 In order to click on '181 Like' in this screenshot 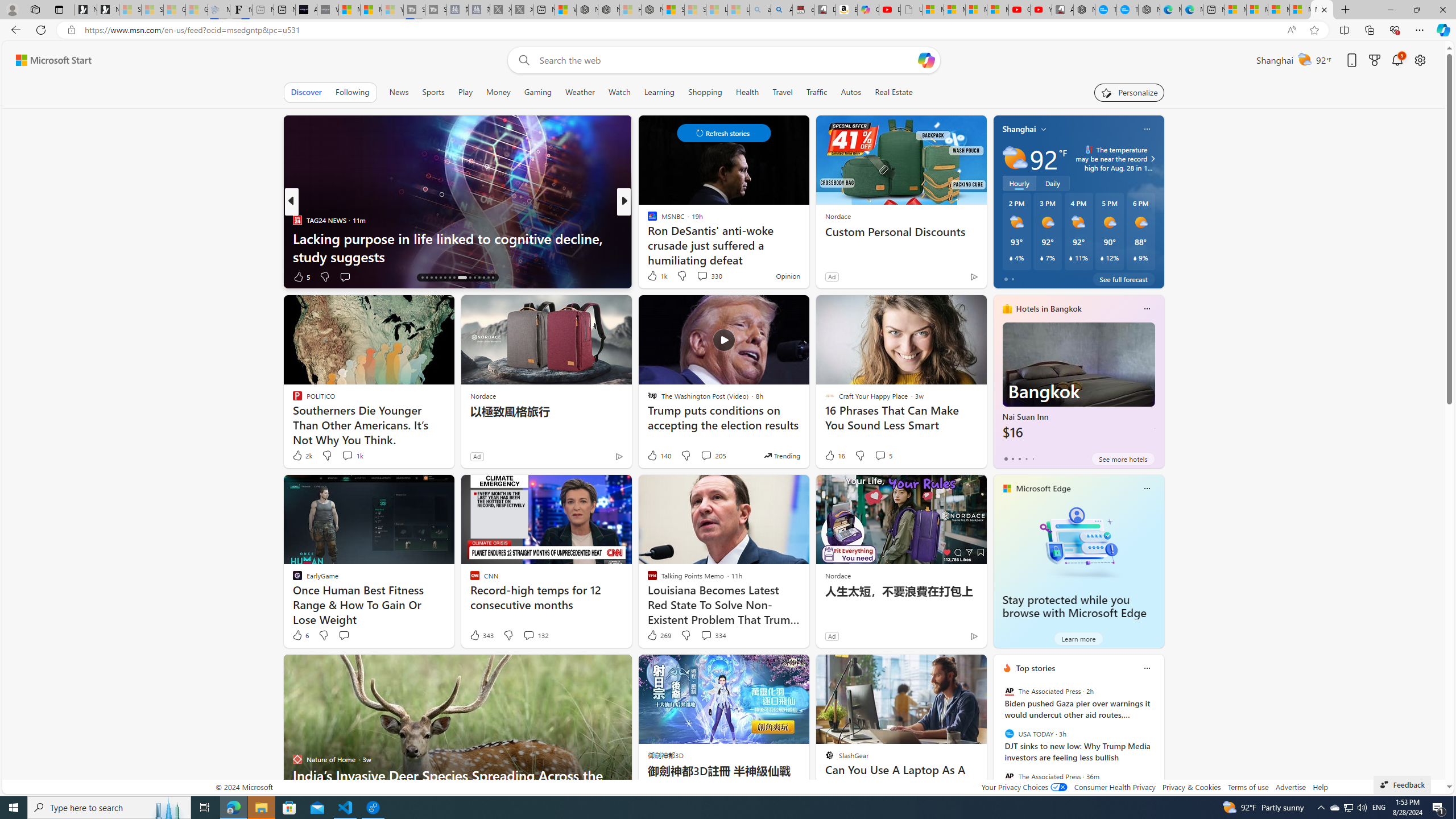, I will do `click(655, 276)`.